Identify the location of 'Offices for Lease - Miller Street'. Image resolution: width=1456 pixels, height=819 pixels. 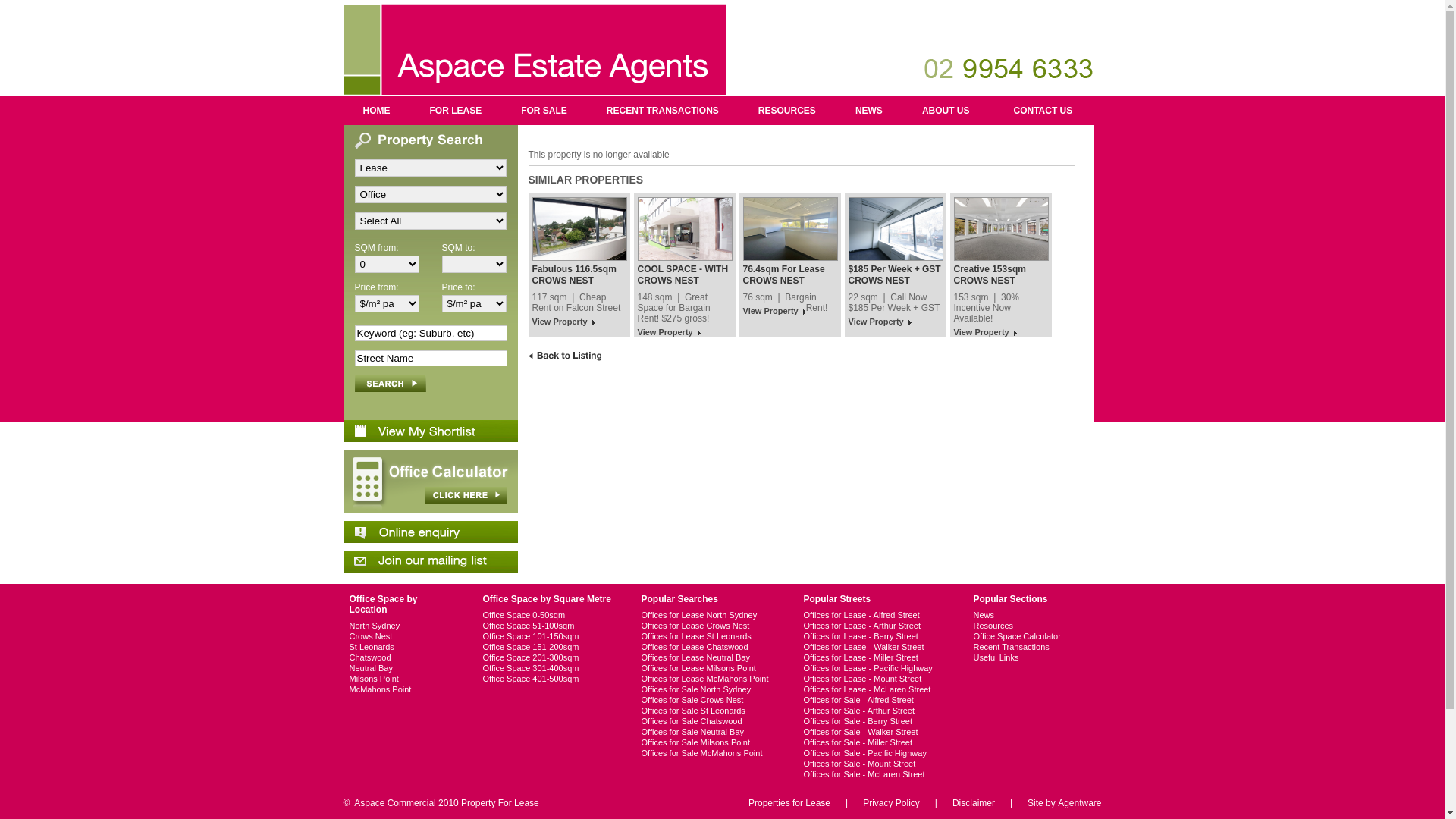
(876, 657).